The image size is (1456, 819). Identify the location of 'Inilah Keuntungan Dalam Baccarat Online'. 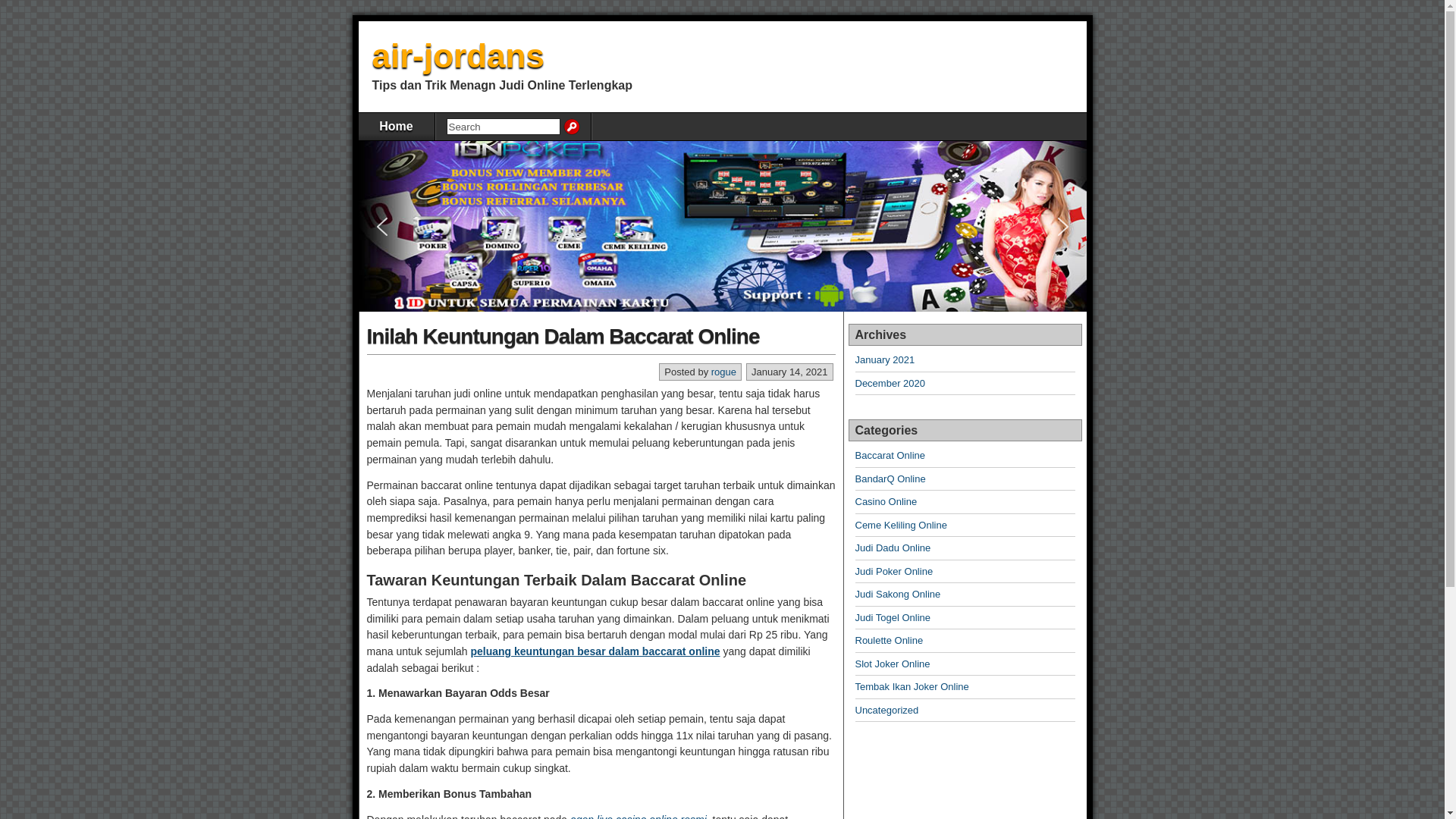
(563, 335).